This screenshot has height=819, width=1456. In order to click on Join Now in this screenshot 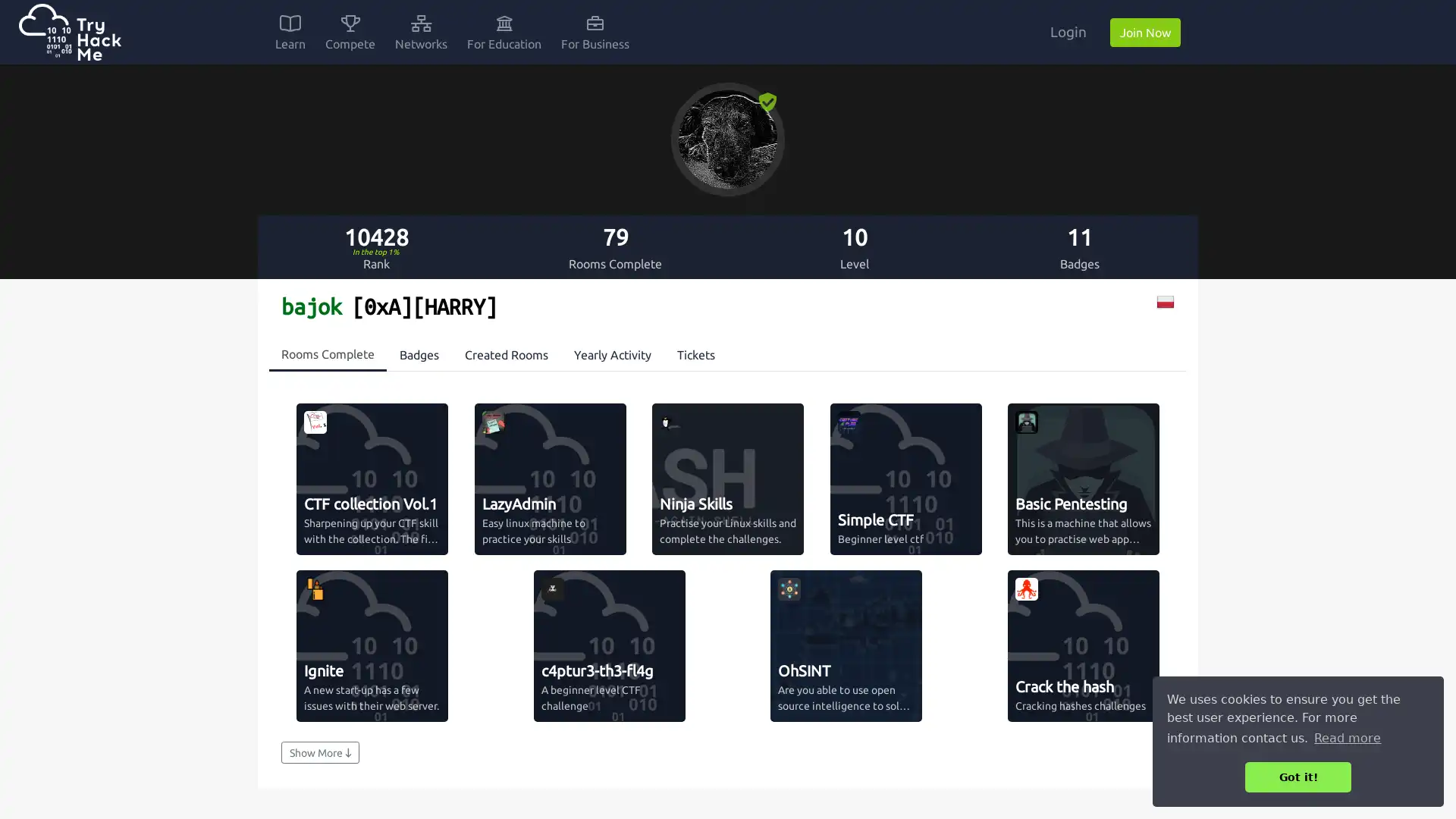, I will do `click(1145, 32)`.